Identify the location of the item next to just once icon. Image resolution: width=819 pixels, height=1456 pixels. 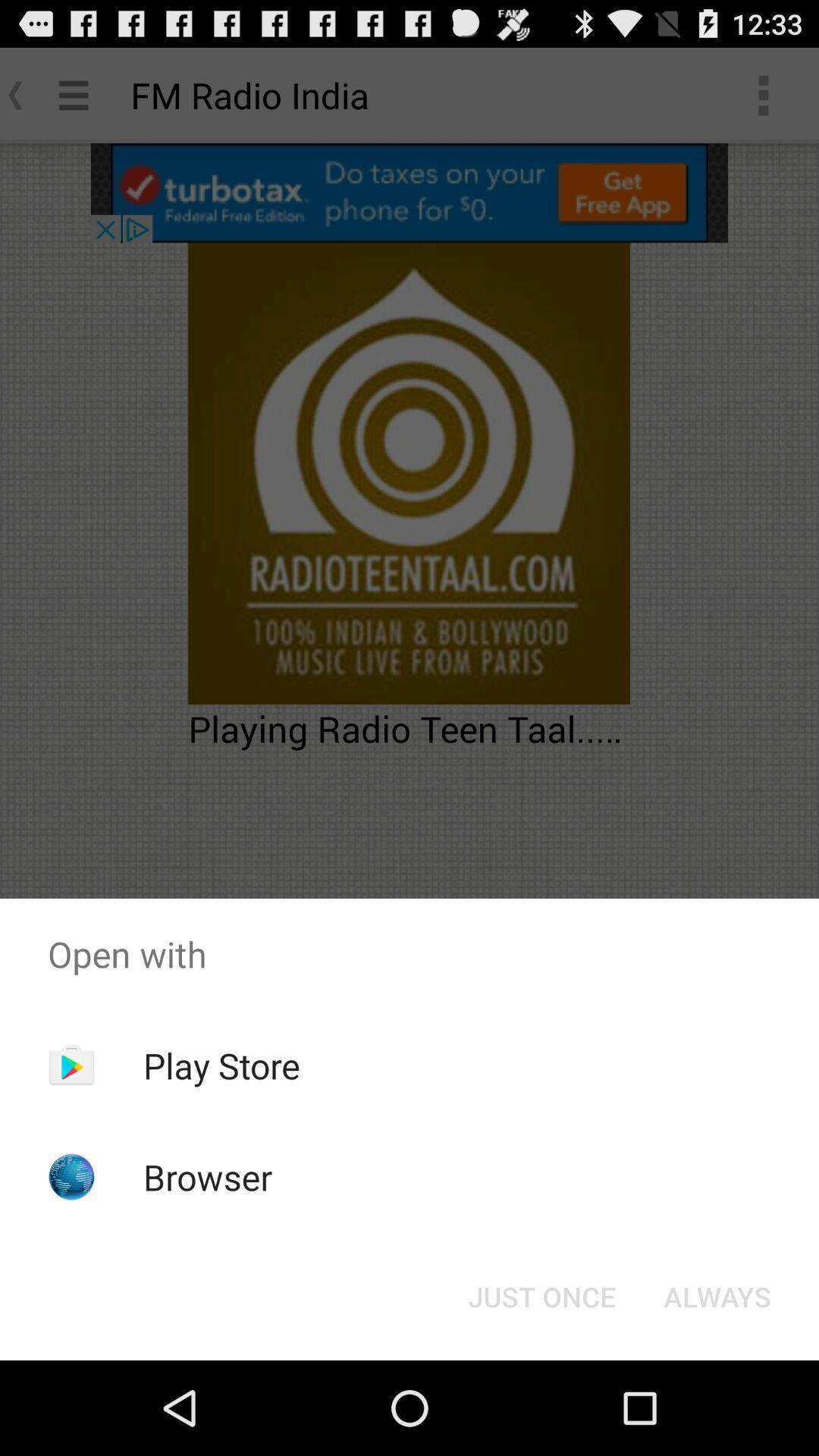
(717, 1295).